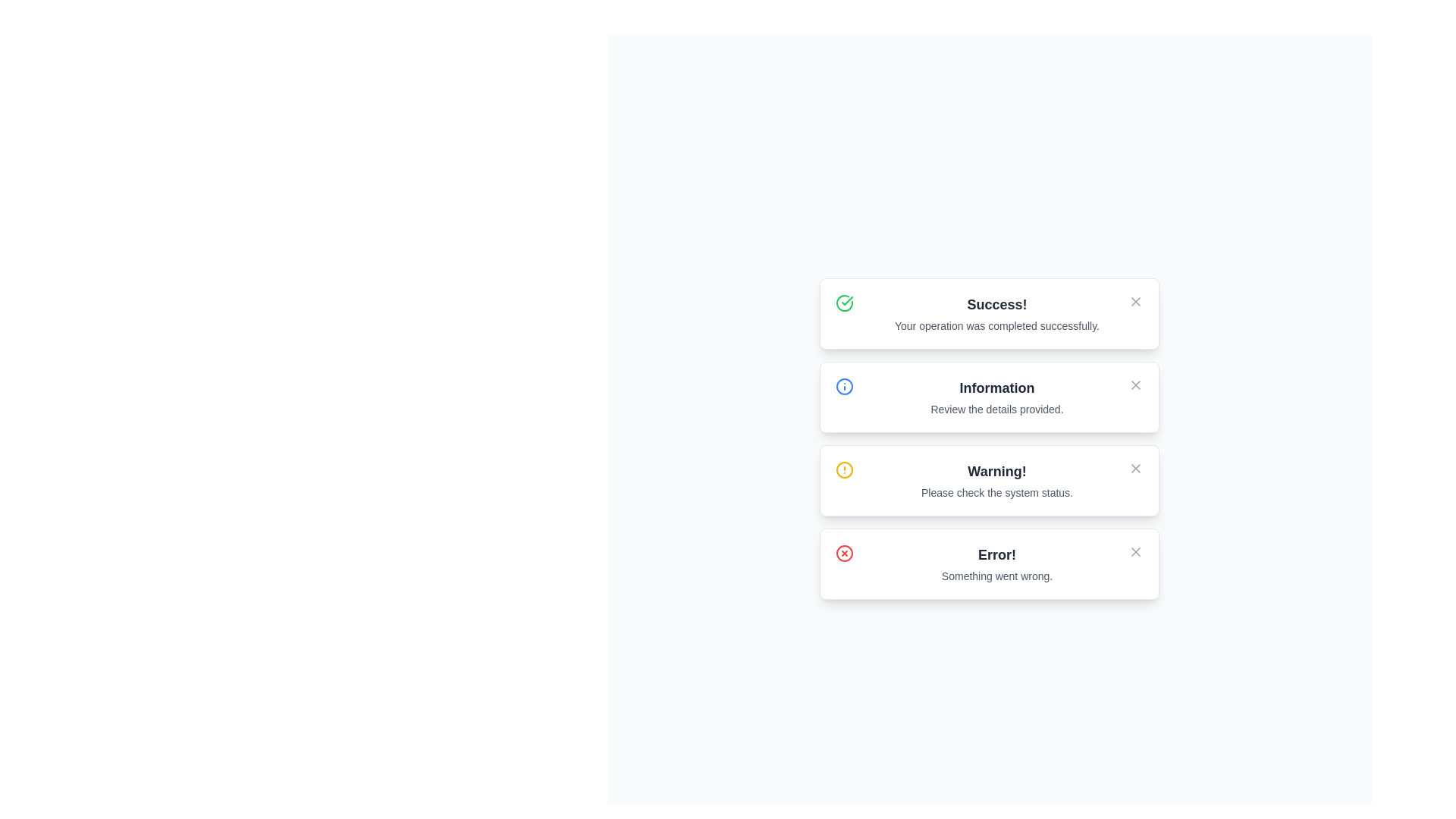 Image resolution: width=1456 pixels, height=819 pixels. I want to click on the text label confirming the successful completion of the operation, which is located underneath the 'Success!' message, so click(997, 325).